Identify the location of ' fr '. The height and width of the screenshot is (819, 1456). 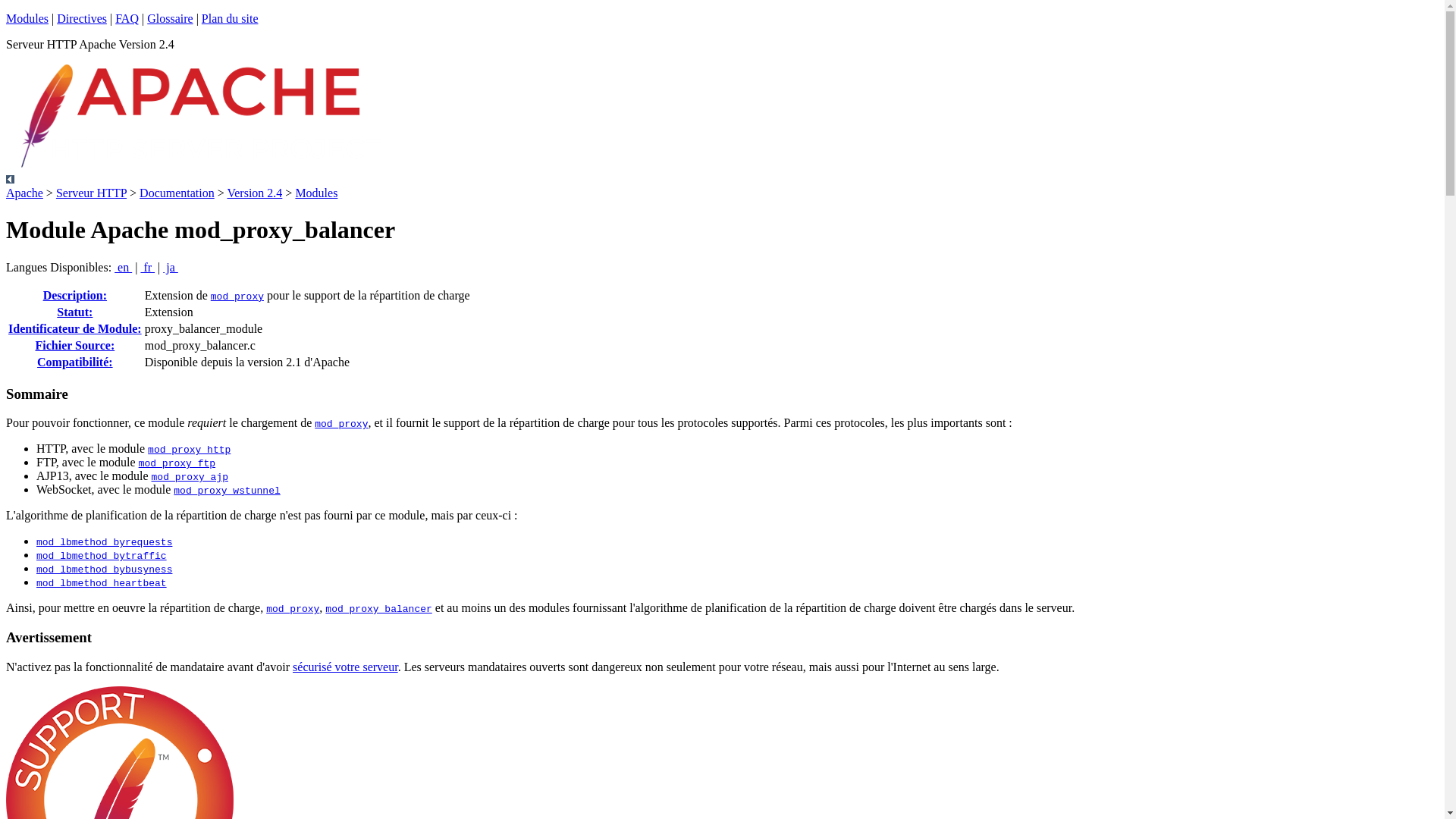
(140, 266).